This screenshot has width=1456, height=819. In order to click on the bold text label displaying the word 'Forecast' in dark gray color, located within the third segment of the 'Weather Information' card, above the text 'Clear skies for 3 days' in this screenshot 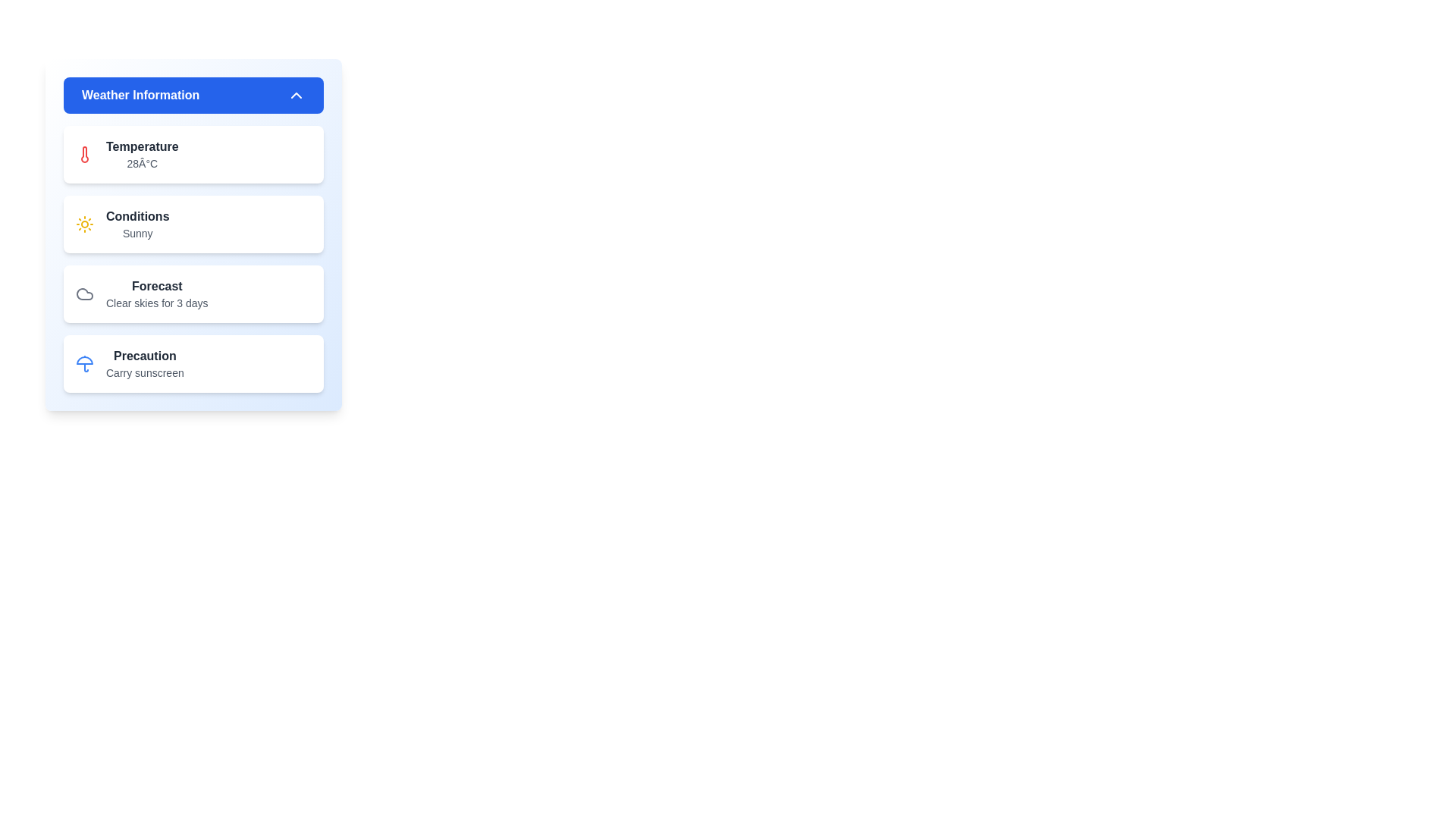, I will do `click(157, 287)`.